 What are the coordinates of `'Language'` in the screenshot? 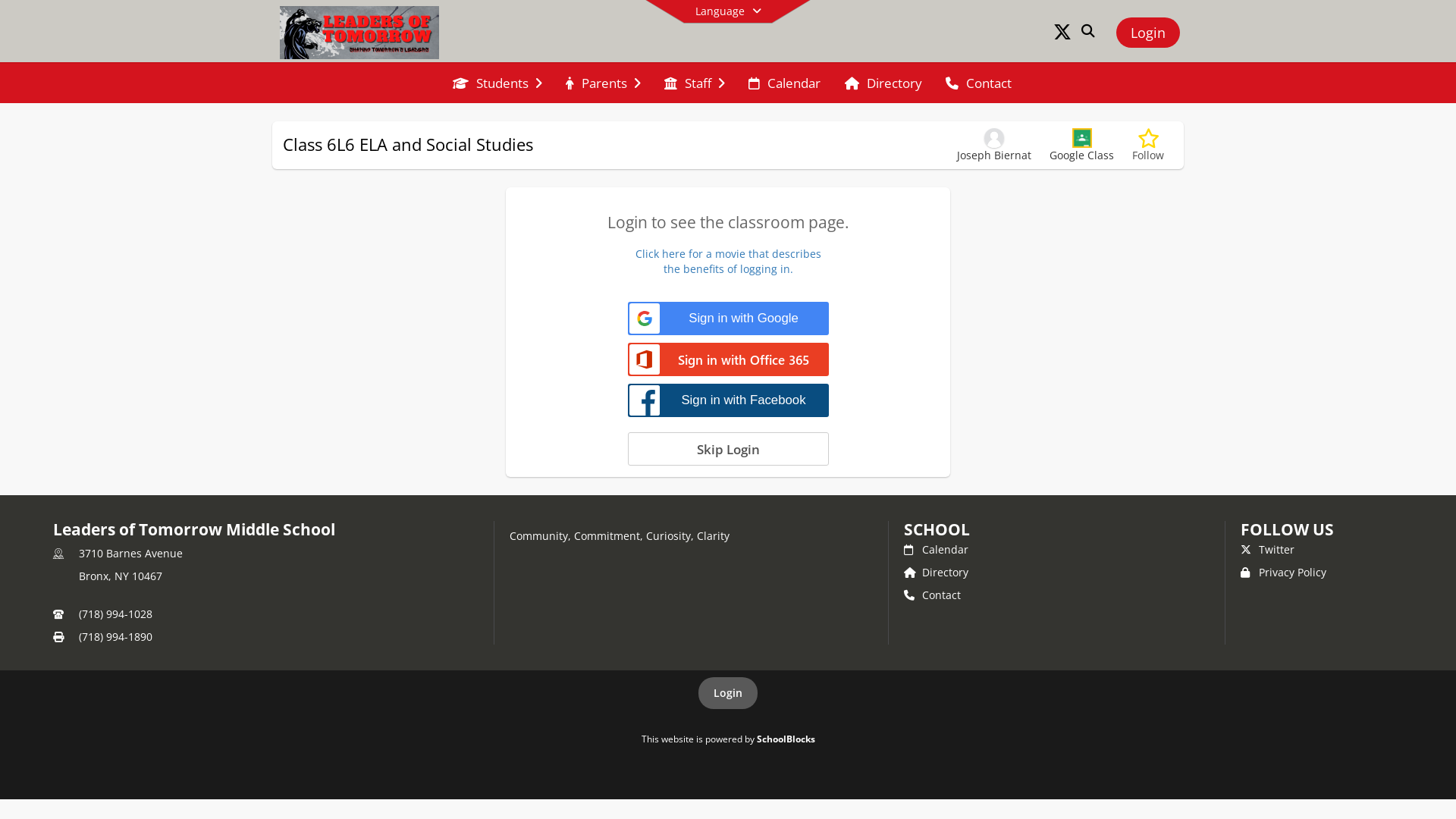 It's located at (728, 11).